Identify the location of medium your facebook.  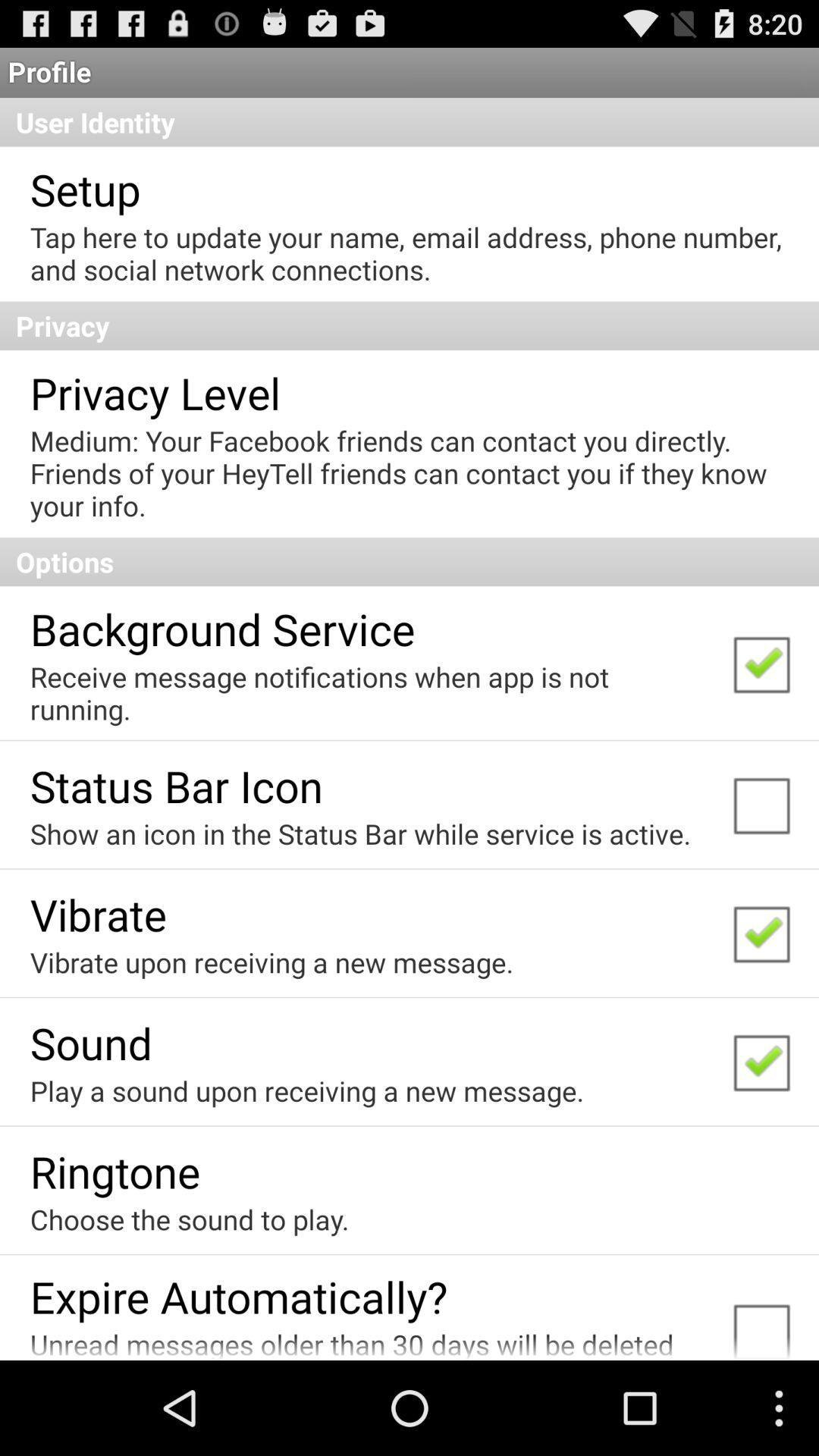
(407, 472).